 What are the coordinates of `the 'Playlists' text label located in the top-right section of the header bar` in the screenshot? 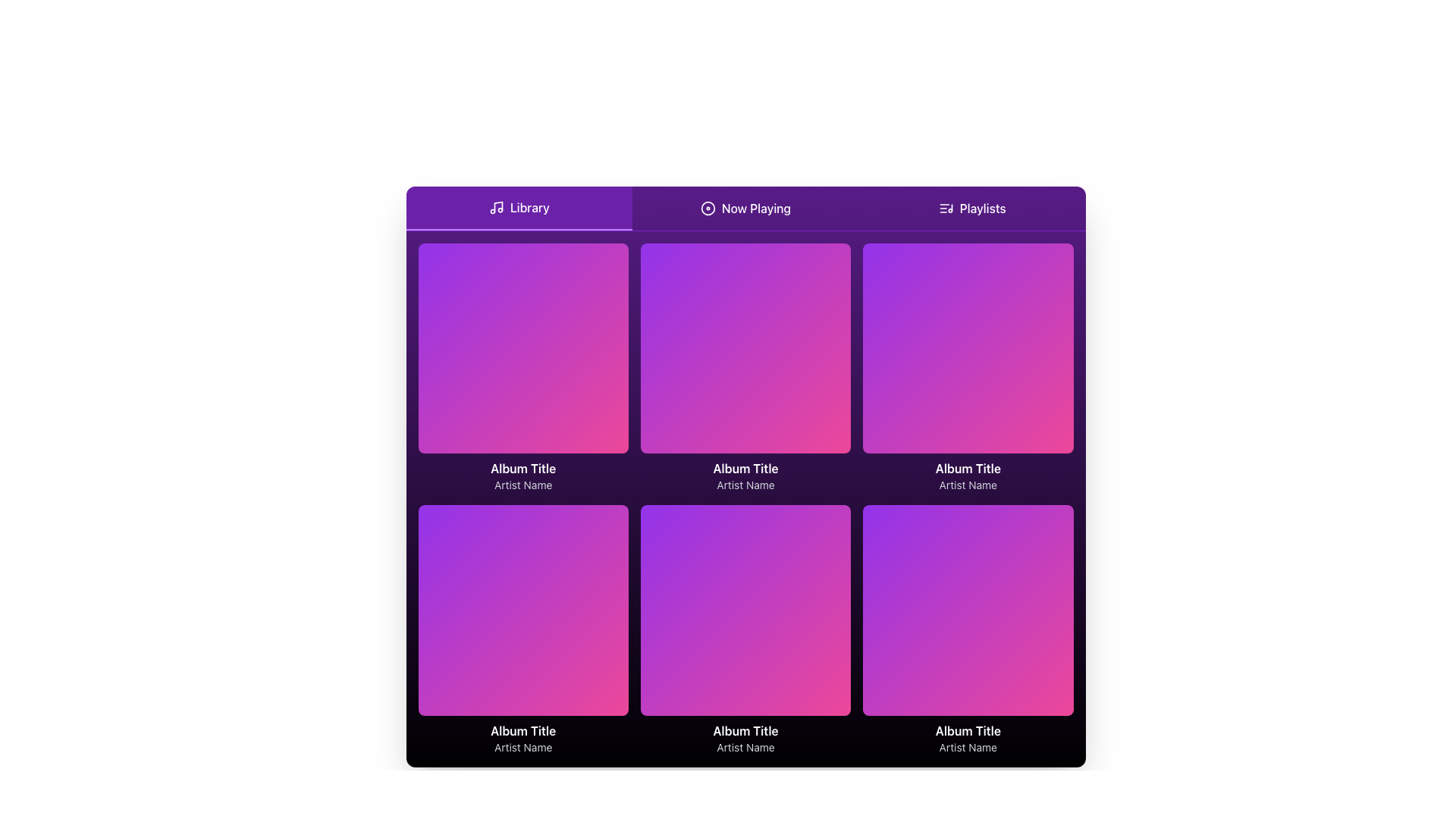 It's located at (983, 208).